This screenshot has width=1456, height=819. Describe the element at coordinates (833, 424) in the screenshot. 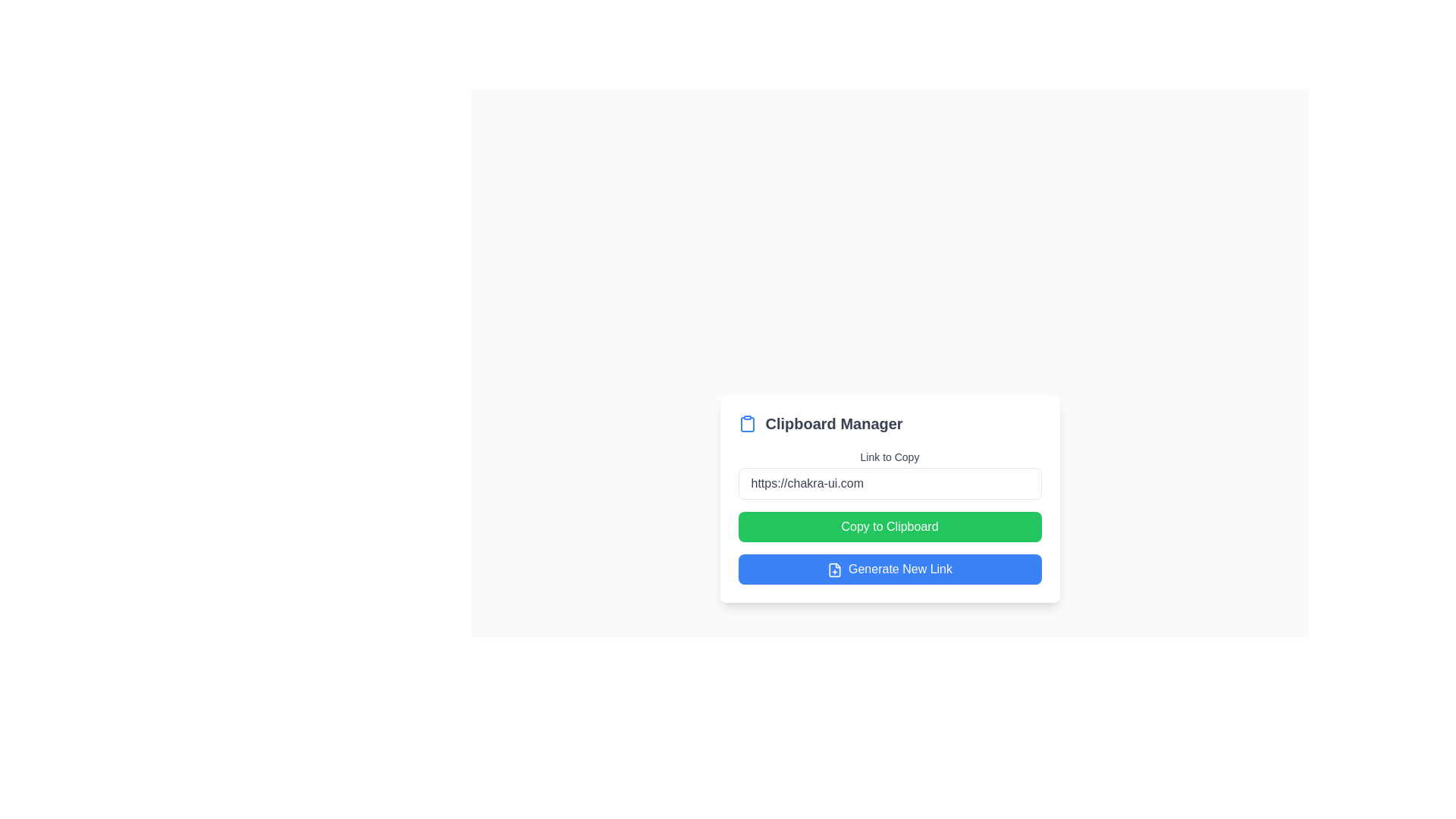

I see `text label titled 'Clipboard Manager', which is styled in bold and dark gray, positioned to the right of a blue clipboard icon` at that location.